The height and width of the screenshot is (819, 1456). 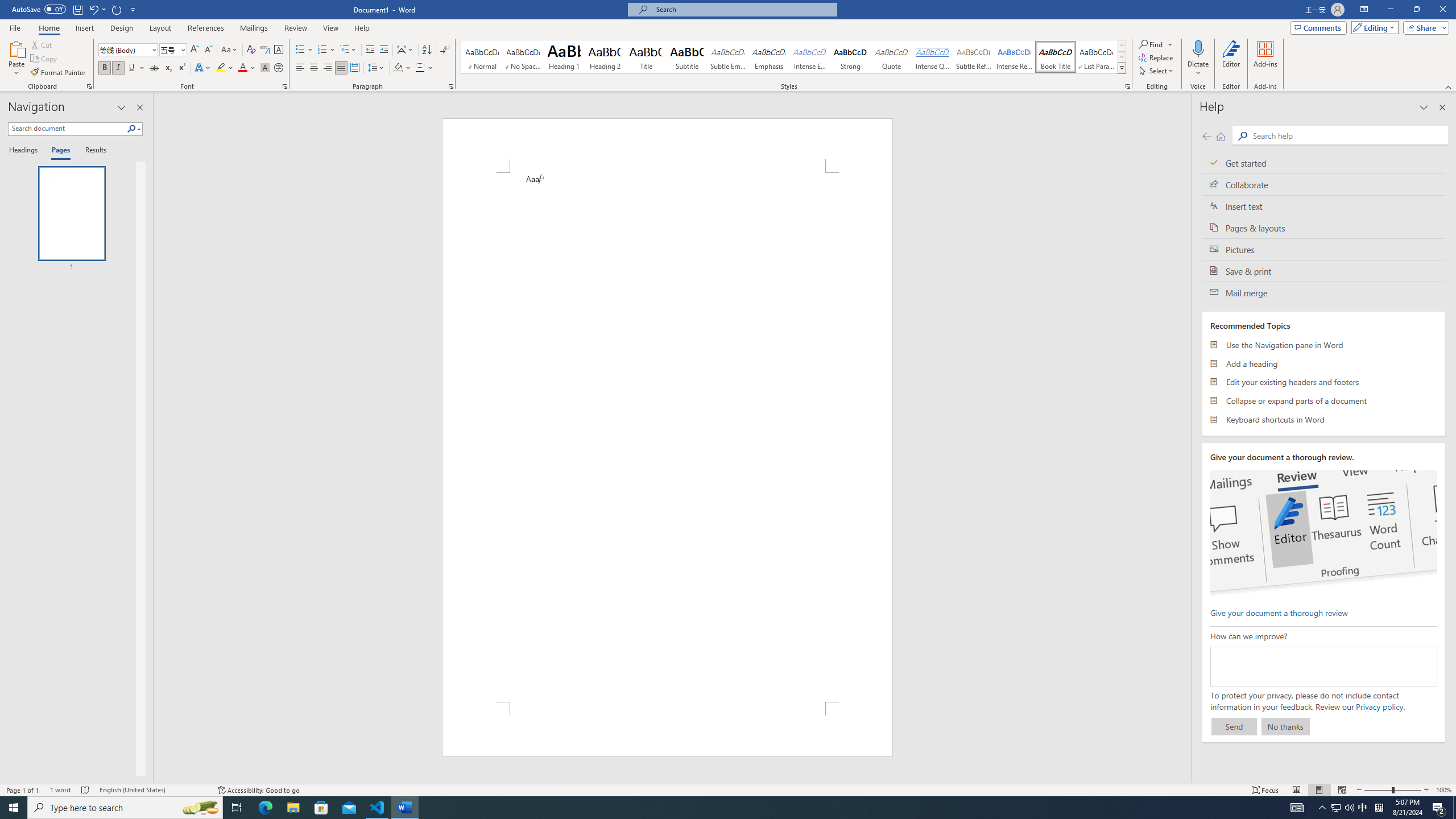 I want to click on 'Use the Navigation pane in Word', so click(x=1323, y=344).